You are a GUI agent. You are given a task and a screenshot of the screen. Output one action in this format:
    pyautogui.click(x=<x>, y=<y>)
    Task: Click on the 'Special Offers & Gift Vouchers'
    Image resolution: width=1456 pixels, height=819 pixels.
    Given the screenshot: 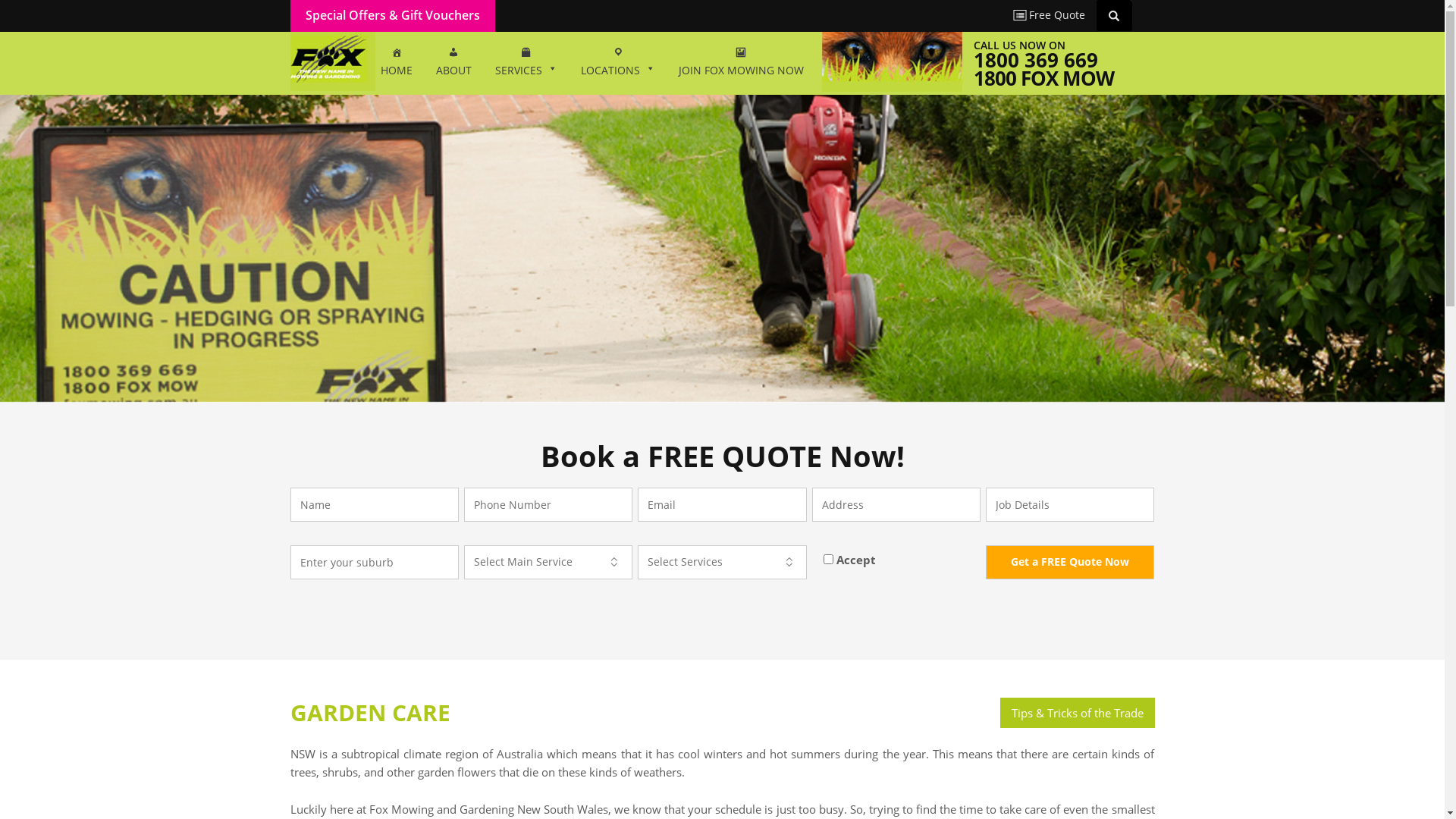 What is the action you would take?
    pyautogui.click(x=304, y=14)
    